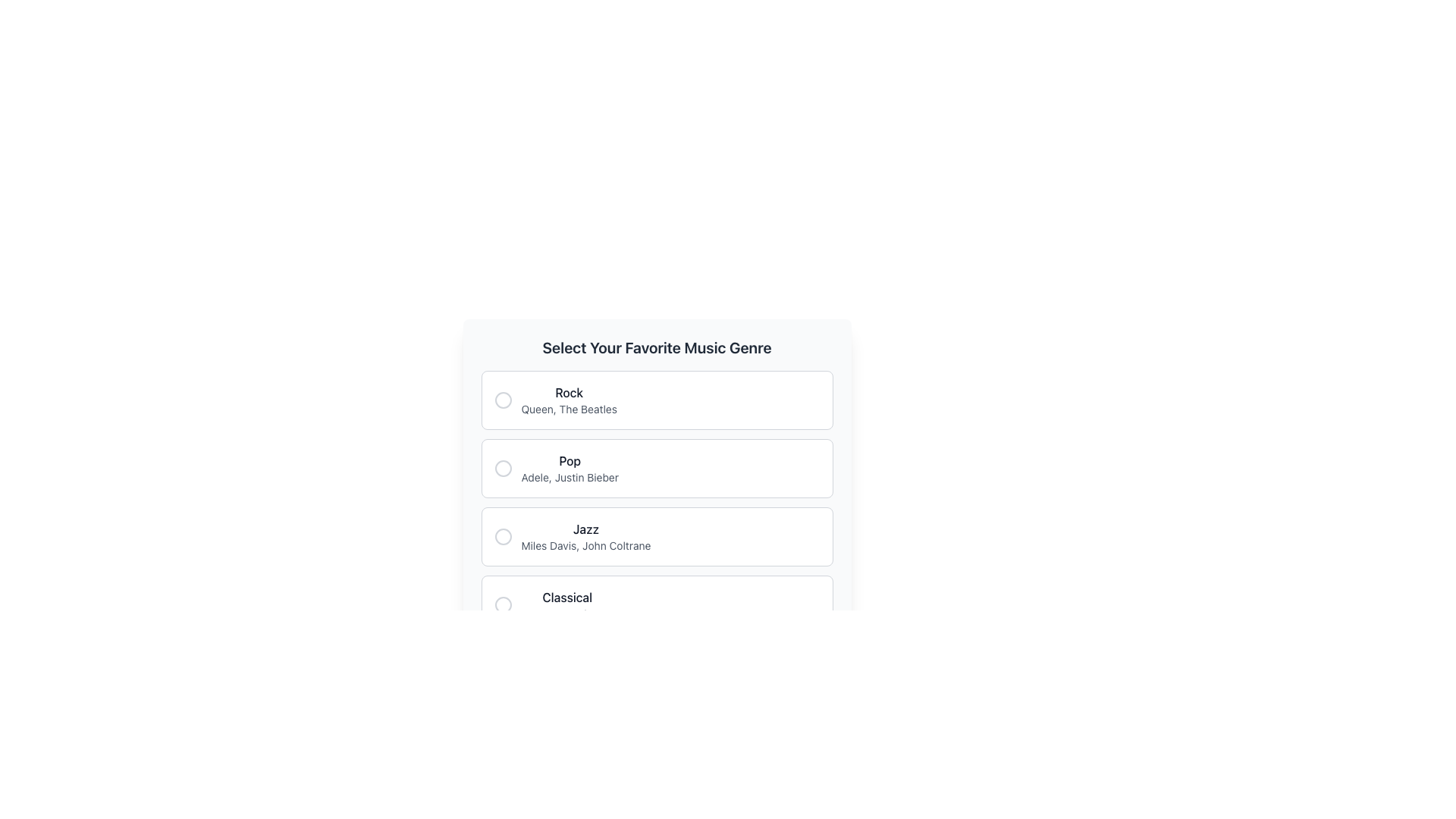 The image size is (1456, 819). What do you see at coordinates (503, 604) in the screenshot?
I see `the radio button indicator located to the left of the text labels 'Classical' and 'Mozart, Beethoven' in the 'Select Your Favorite Music Genre' group` at bounding box center [503, 604].